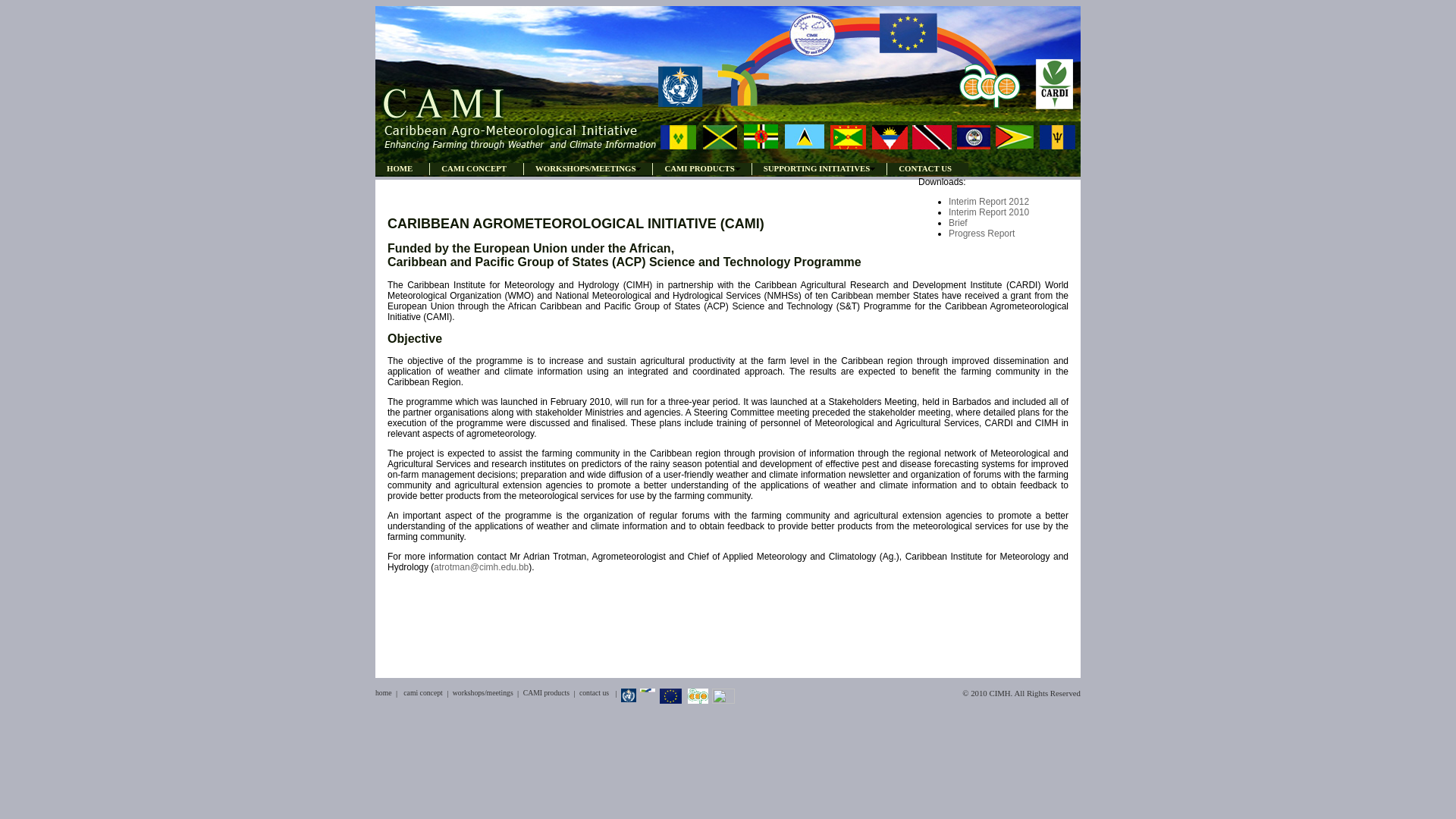  What do you see at coordinates (523, 168) in the screenshot?
I see `'WORKSHOPS/MEETINGS'` at bounding box center [523, 168].